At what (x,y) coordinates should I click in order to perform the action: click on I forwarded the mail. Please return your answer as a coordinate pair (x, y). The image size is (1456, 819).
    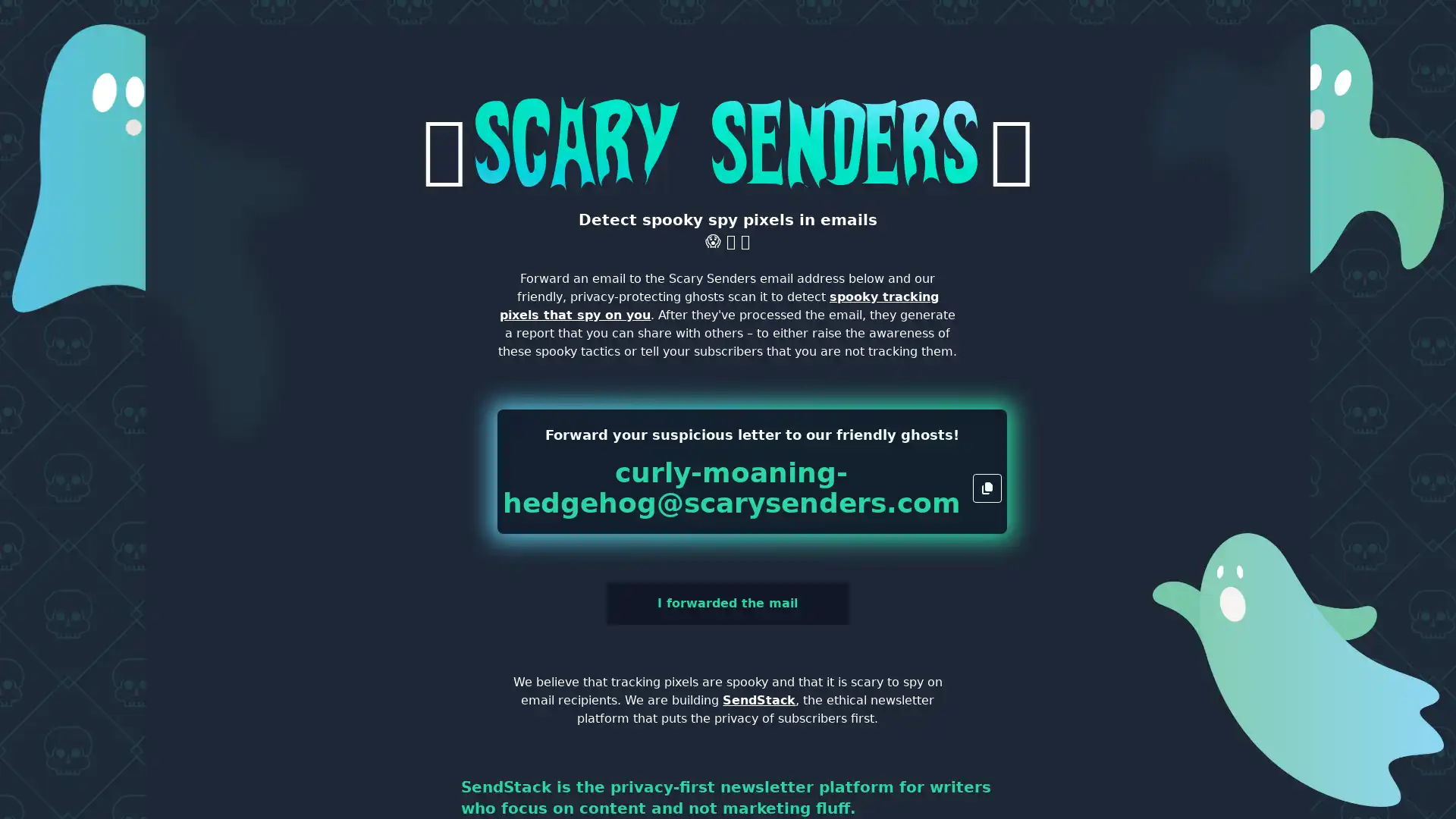
    Looking at the image, I should click on (726, 602).